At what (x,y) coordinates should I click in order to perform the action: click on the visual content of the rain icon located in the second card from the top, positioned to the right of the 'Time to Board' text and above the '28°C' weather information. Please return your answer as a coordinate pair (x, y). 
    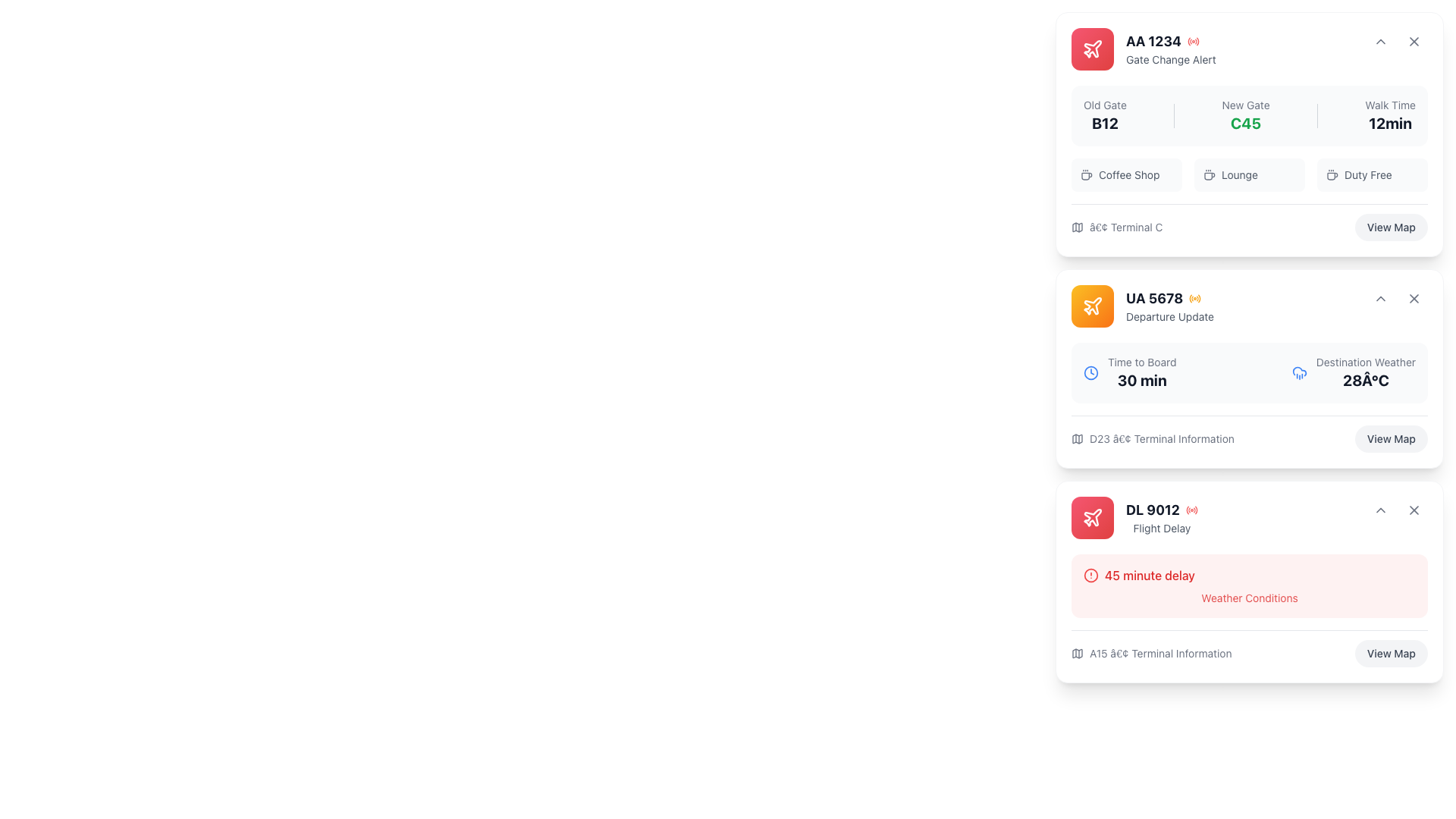
    Looking at the image, I should click on (1298, 373).